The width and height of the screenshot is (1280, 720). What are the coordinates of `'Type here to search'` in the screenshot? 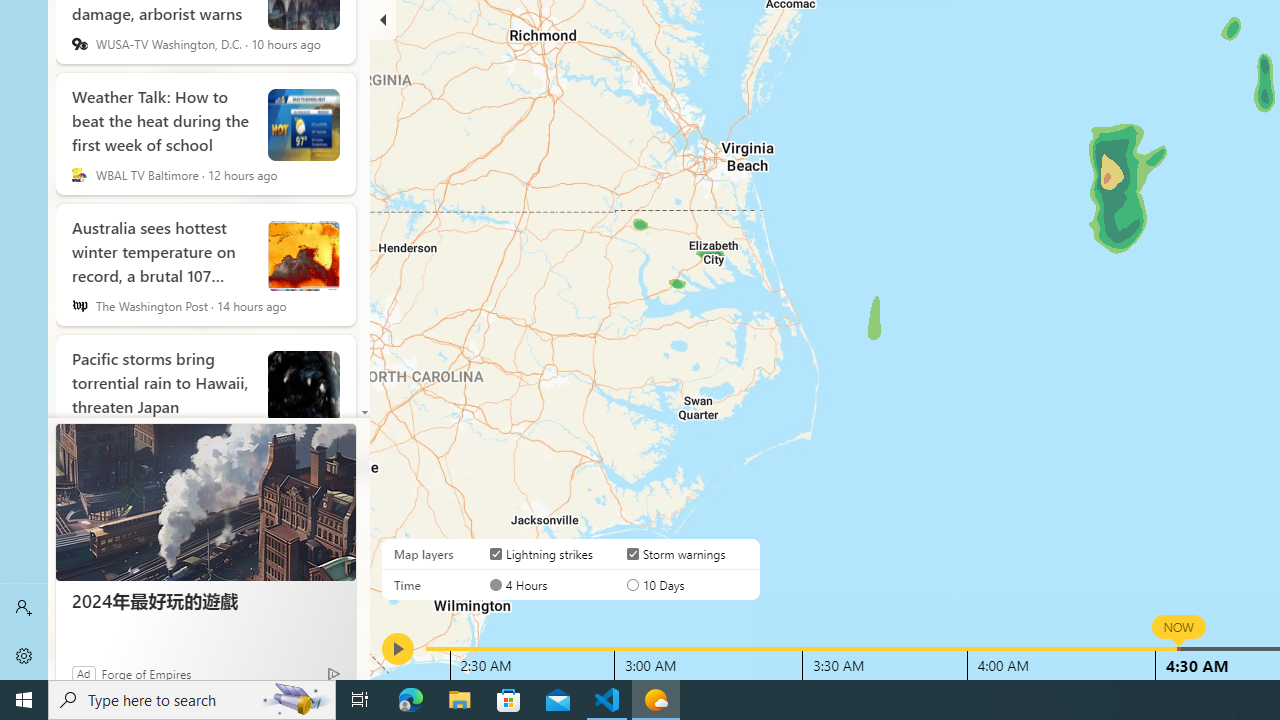 It's located at (192, 698).